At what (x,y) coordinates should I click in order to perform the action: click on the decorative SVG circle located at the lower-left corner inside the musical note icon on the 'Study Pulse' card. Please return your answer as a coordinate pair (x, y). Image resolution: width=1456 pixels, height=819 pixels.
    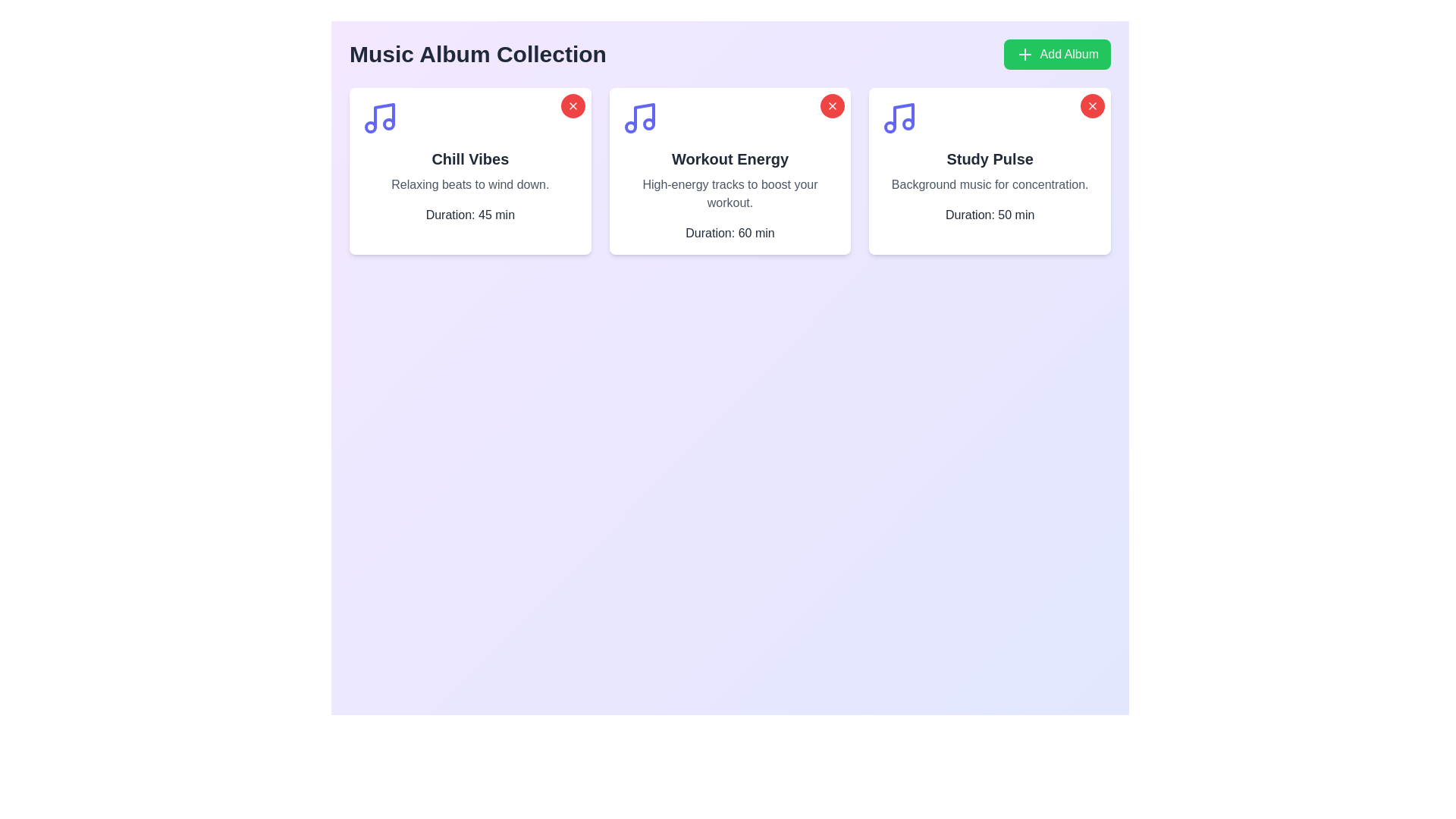
    Looking at the image, I should click on (890, 127).